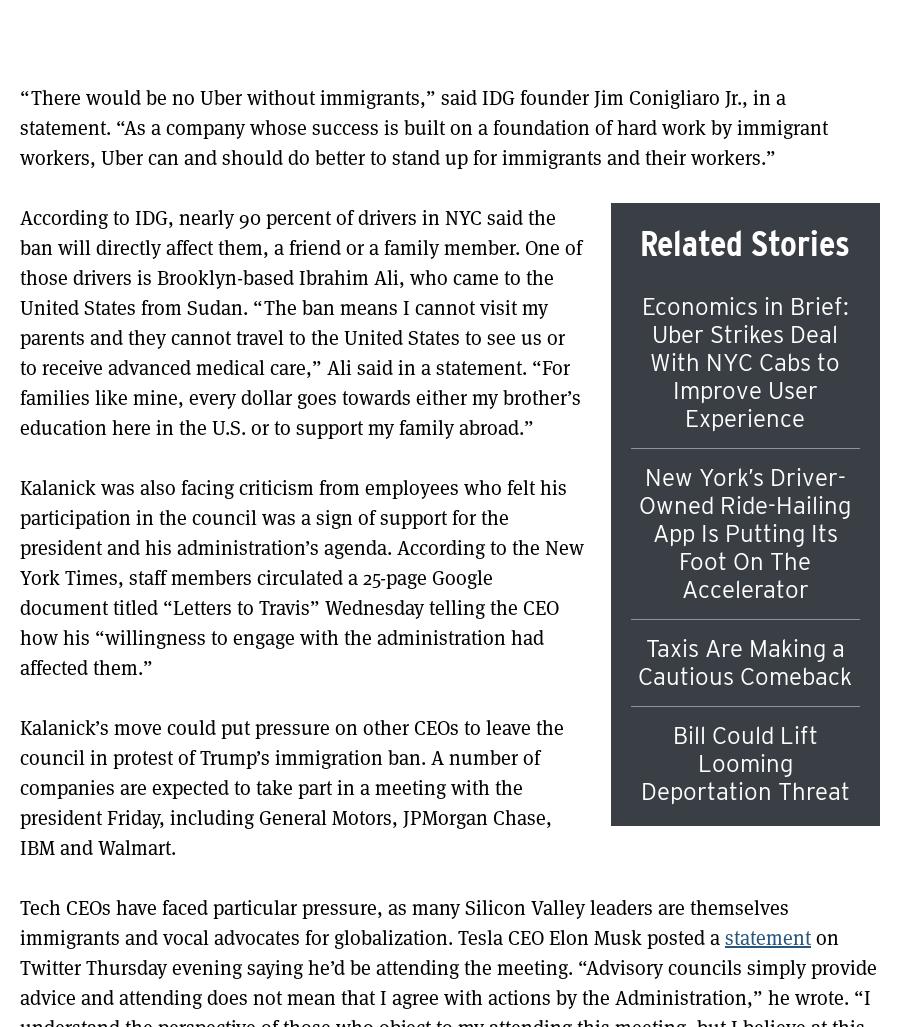 The width and height of the screenshot is (900, 1027). Describe the element at coordinates (744, 242) in the screenshot. I see `'Related Stories'` at that location.